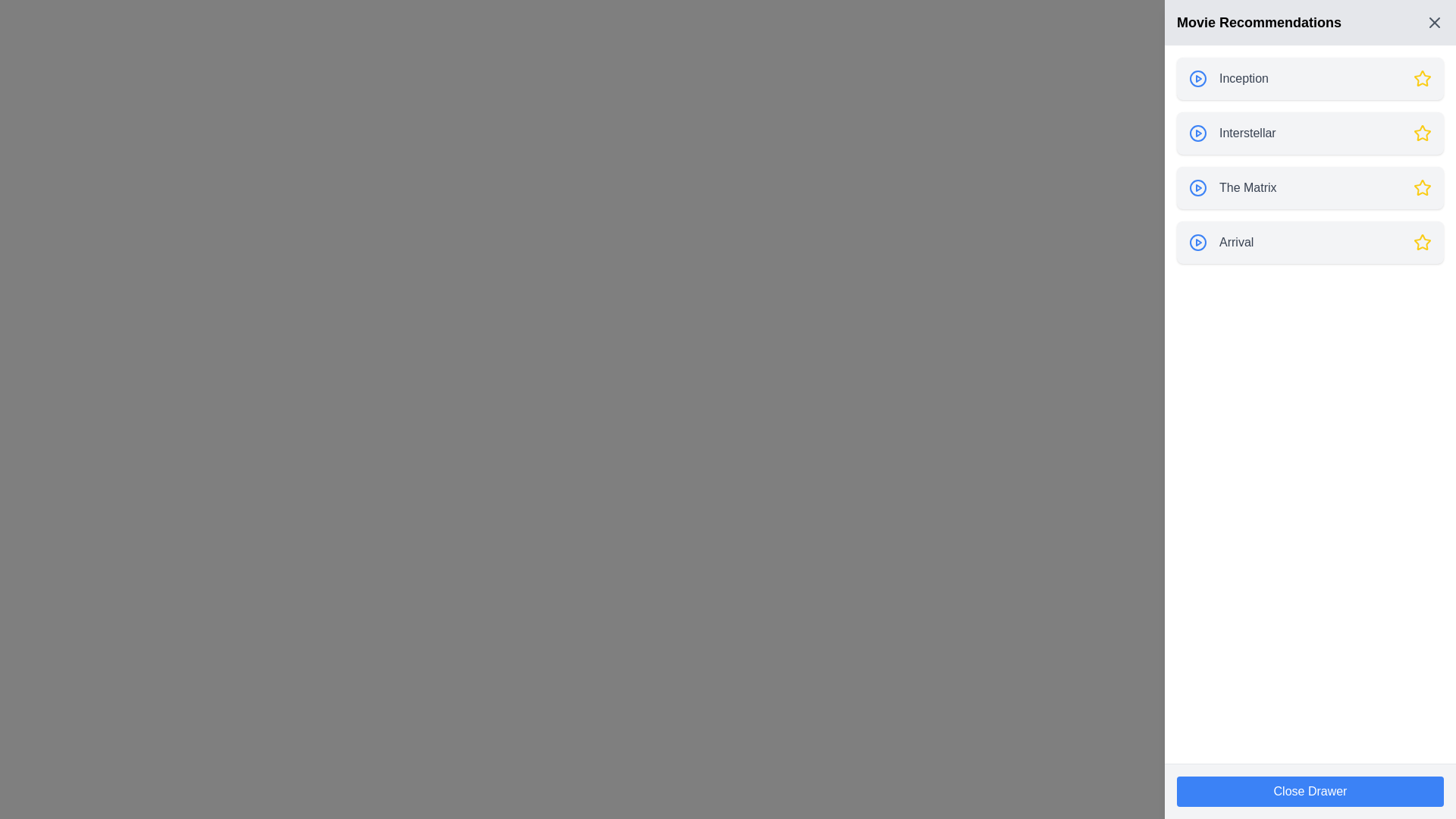 The width and height of the screenshot is (1456, 819). What do you see at coordinates (1310, 791) in the screenshot?
I see `the close drawer button located at the bottom of the section with a light gray background` at bounding box center [1310, 791].